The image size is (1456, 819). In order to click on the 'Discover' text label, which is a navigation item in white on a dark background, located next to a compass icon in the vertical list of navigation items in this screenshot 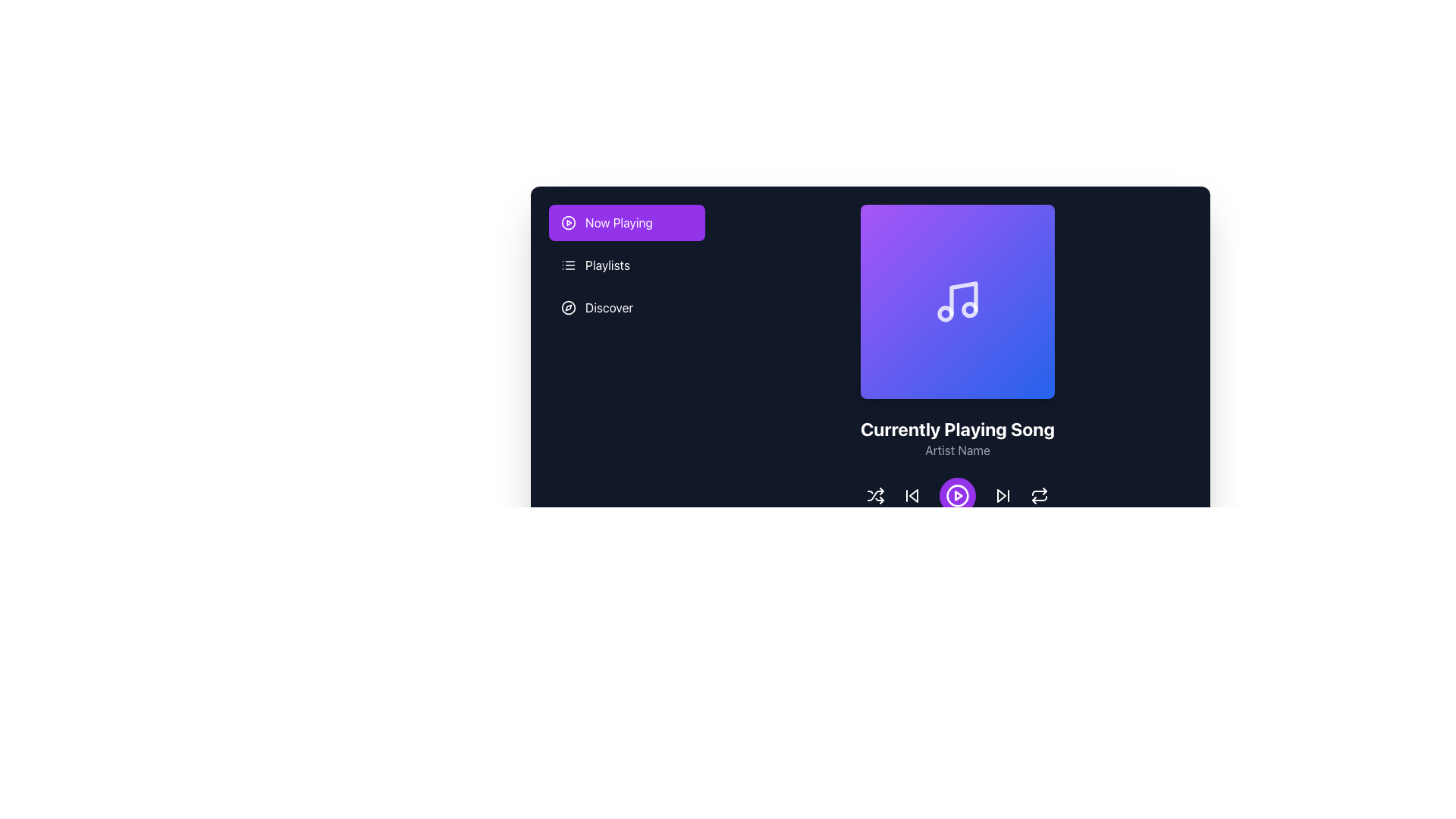, I will do `click(609, 307)`.